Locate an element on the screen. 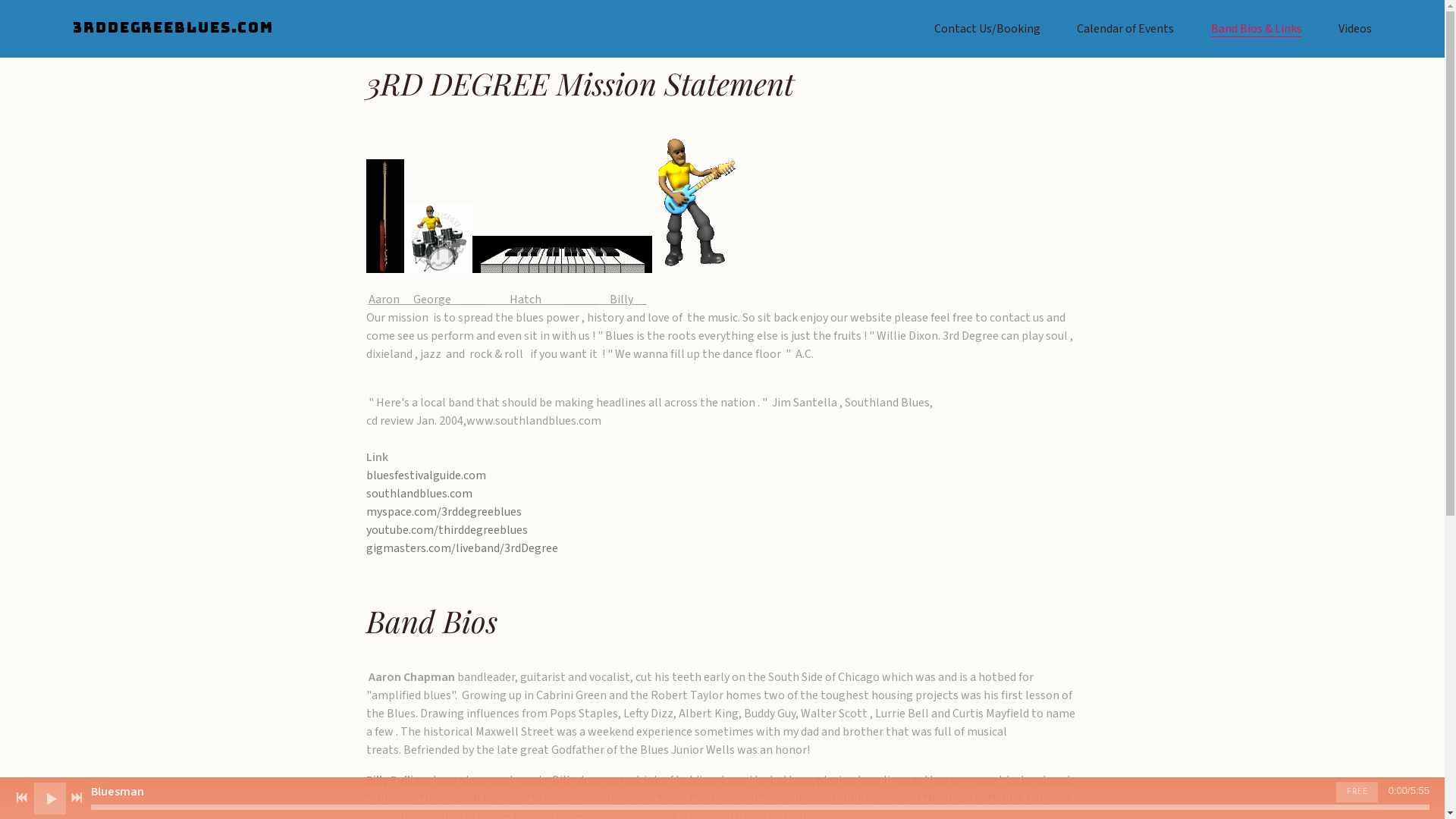  'FREE' is located at coordinates (1357, 791).